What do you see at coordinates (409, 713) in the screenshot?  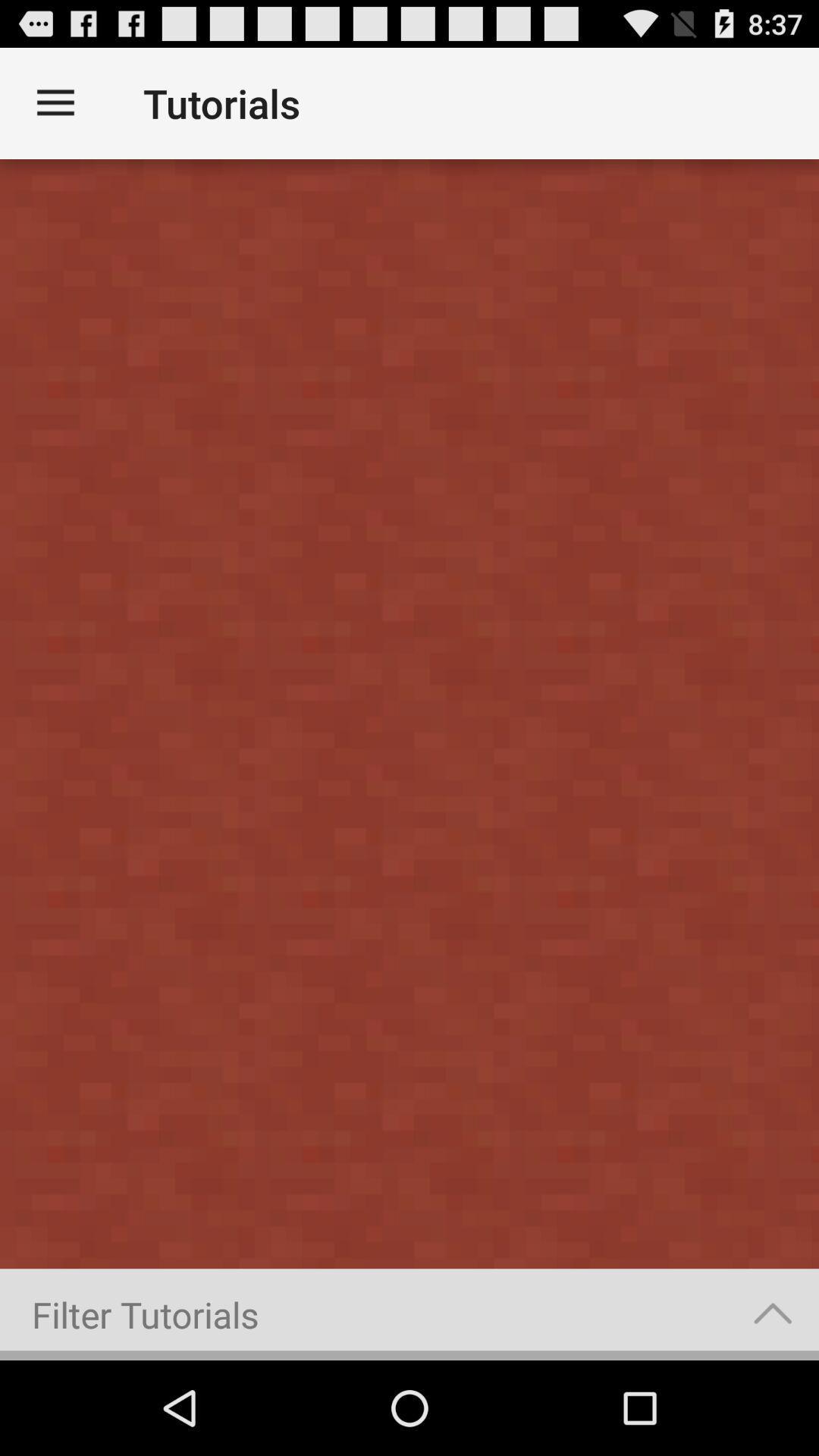 I see `item above the filter tutorials item` at bounding box center [409, 713].